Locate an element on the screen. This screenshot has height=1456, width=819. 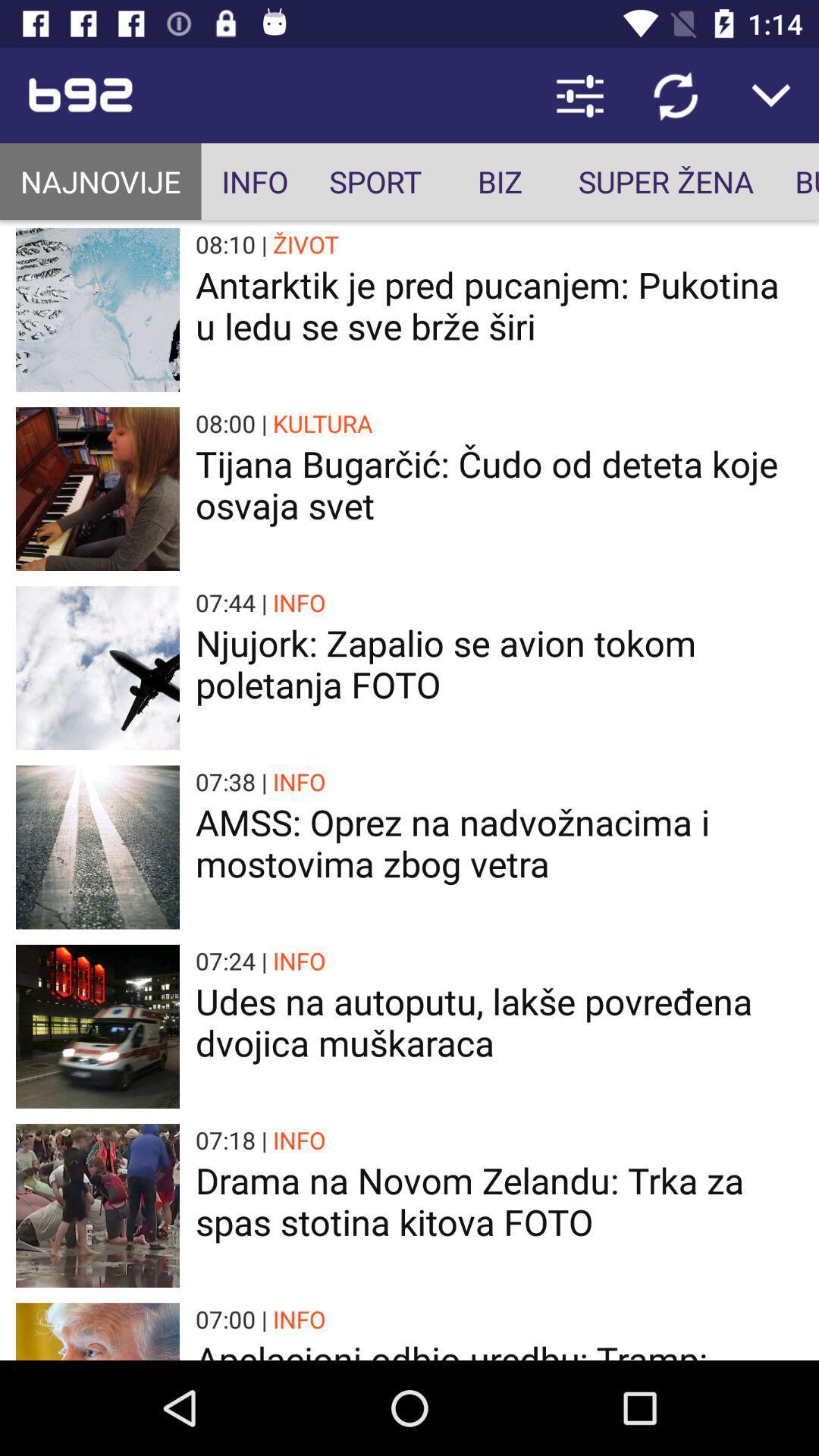
apelacioni odbio uredbu icon is located at coordinates (499, 1348).